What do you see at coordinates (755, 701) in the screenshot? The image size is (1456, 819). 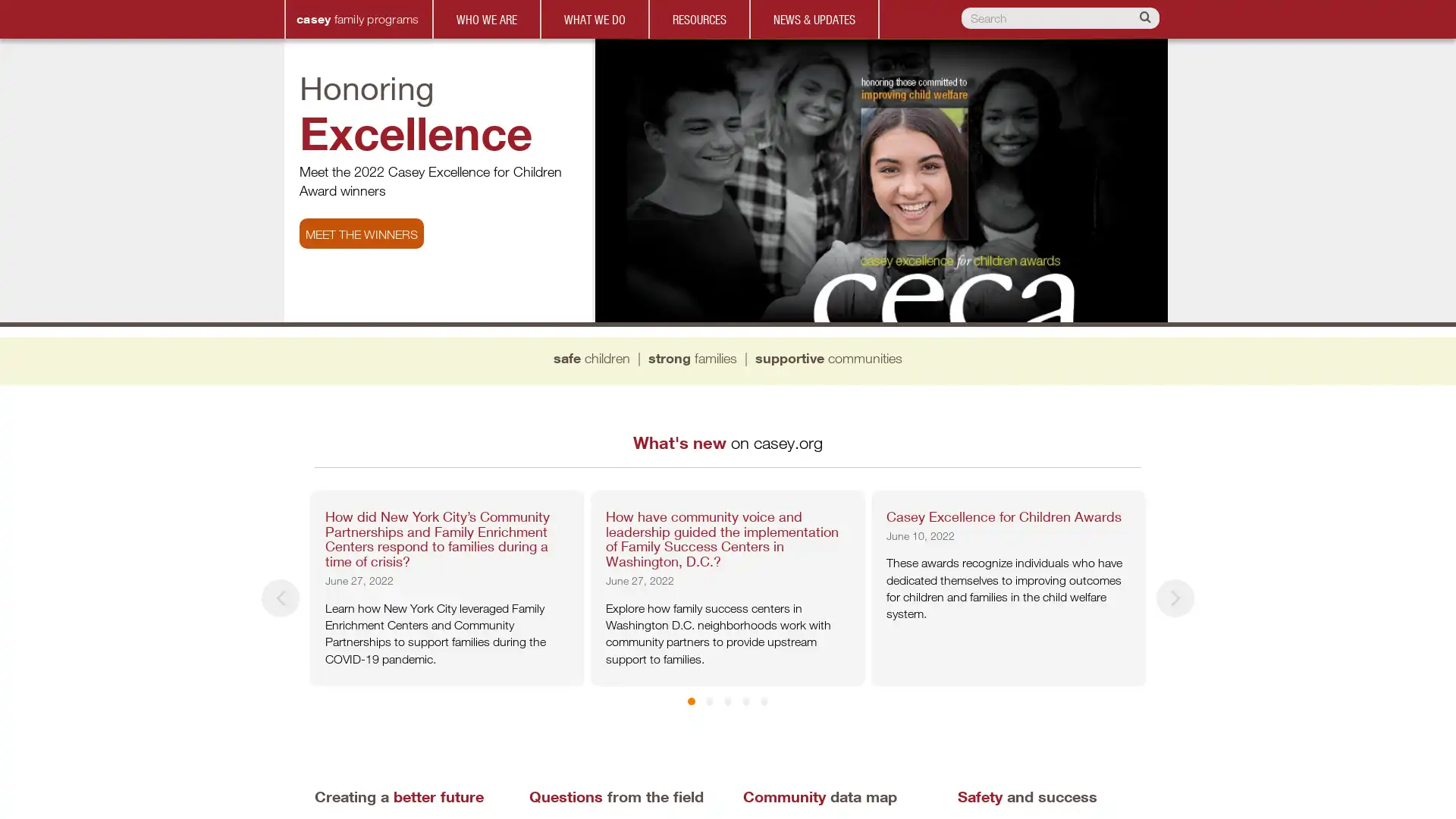 I see `Slide group 4` at bounding box center [755, 701].